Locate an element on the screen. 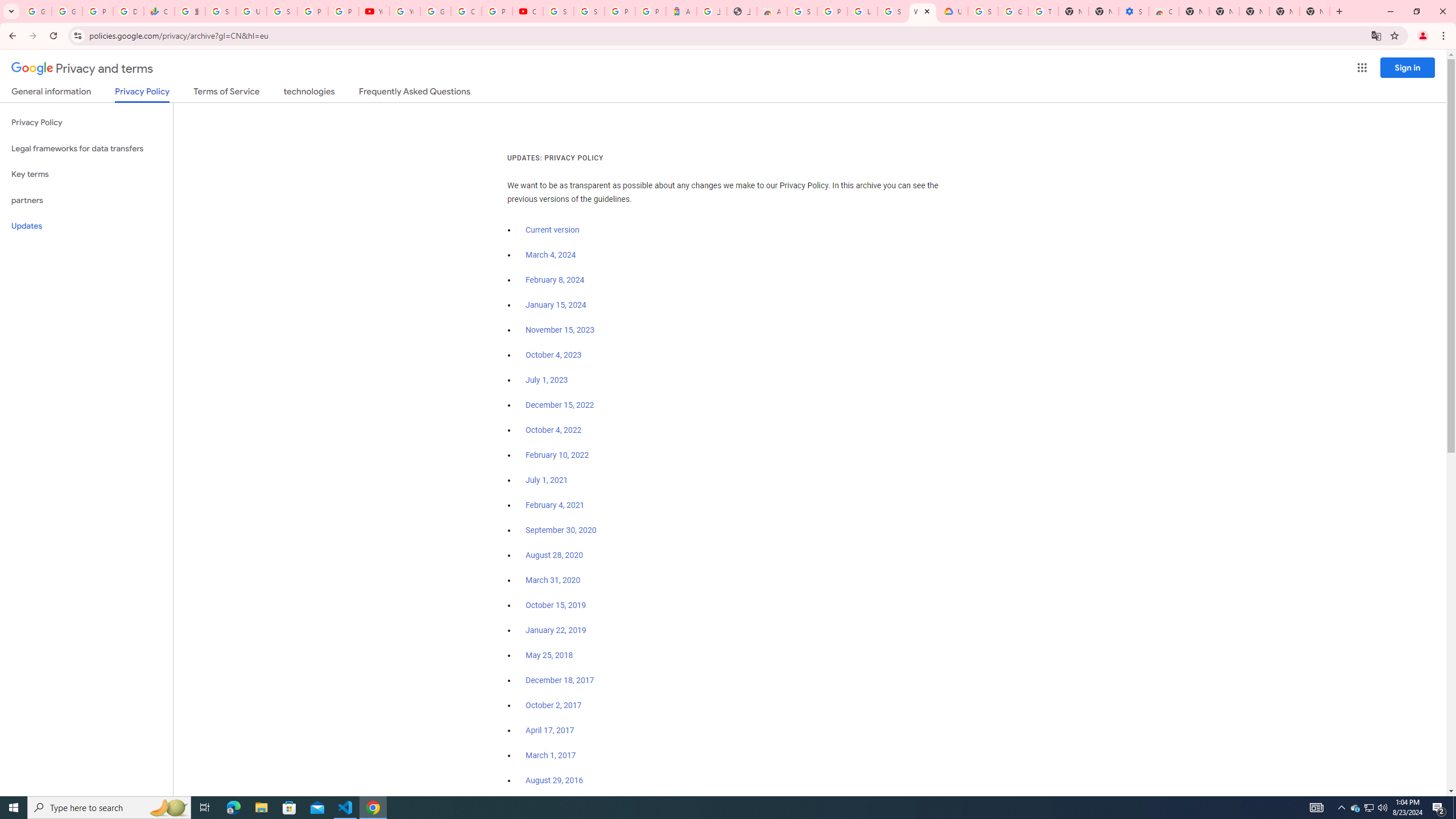 Image resolution: width=1456 pixels, height=819 pixels. 'Back' is located at coordinates (11, 35).